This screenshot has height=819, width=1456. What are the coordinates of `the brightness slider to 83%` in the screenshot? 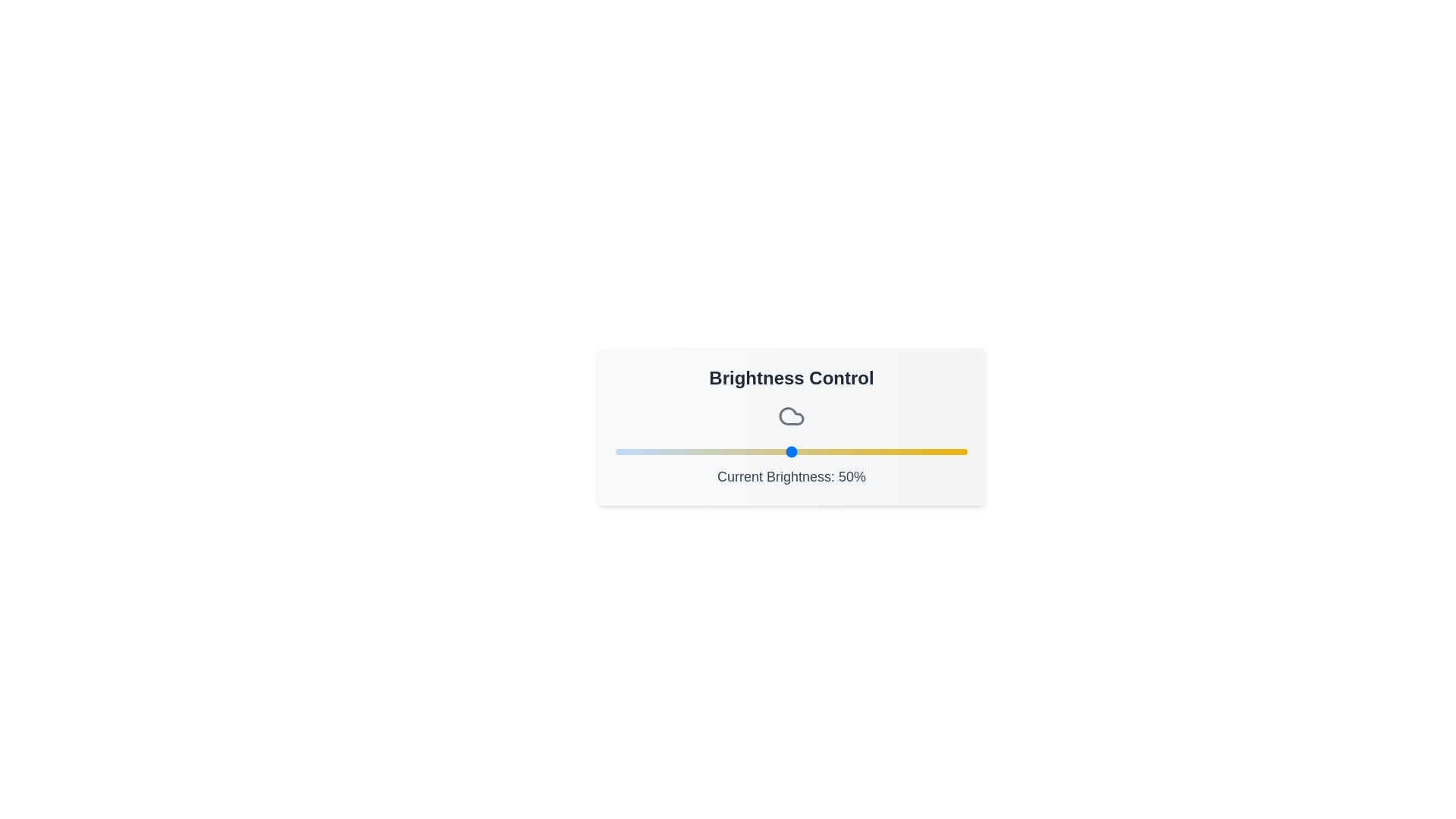 It's located at (908, 451).